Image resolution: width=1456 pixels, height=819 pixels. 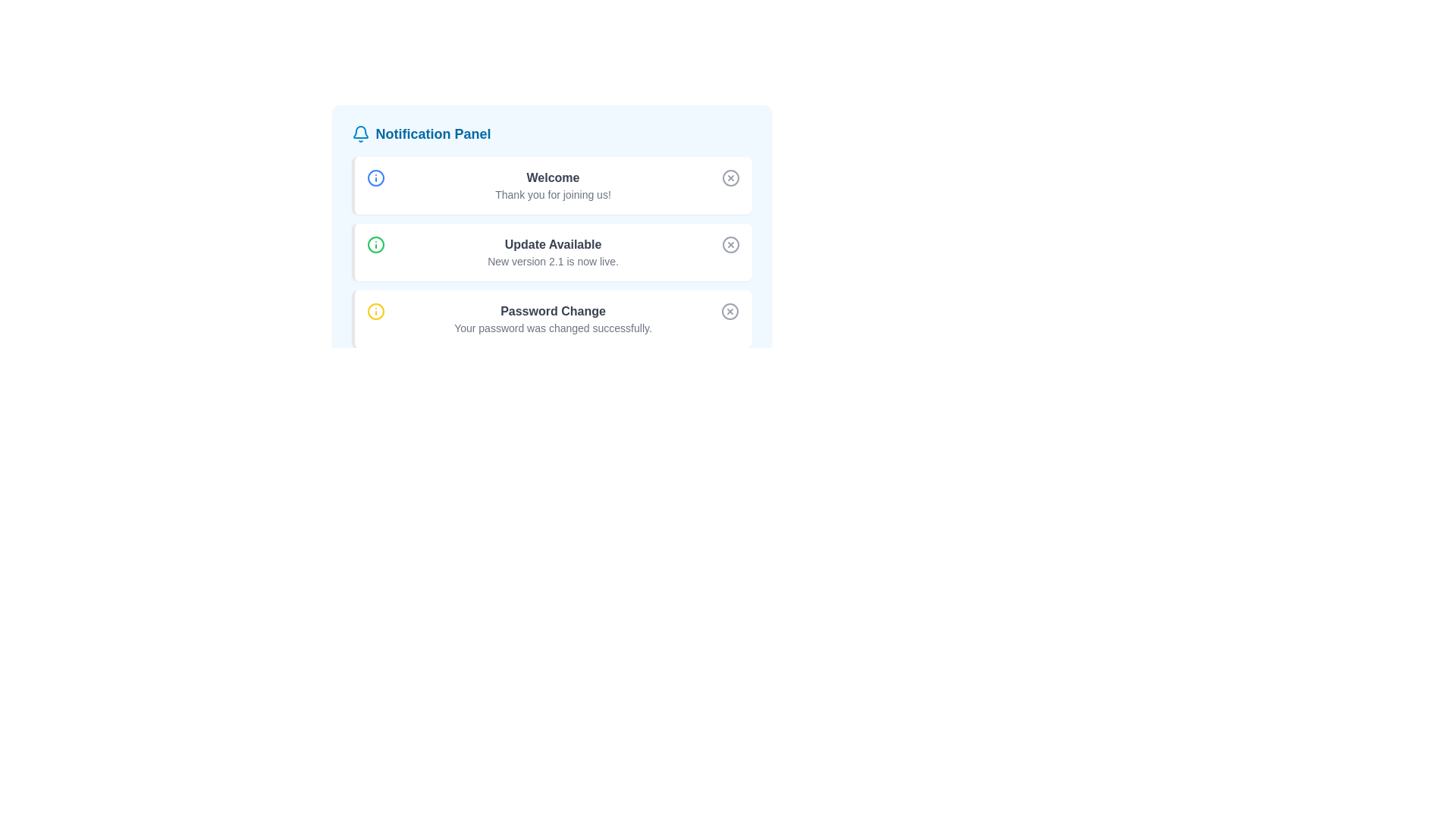 What do you see at coordinates (552, 177) in the screenshot?
I see `the greeting header text located at the top of the notification card in the notification panel` at bounding box center [552, 177].